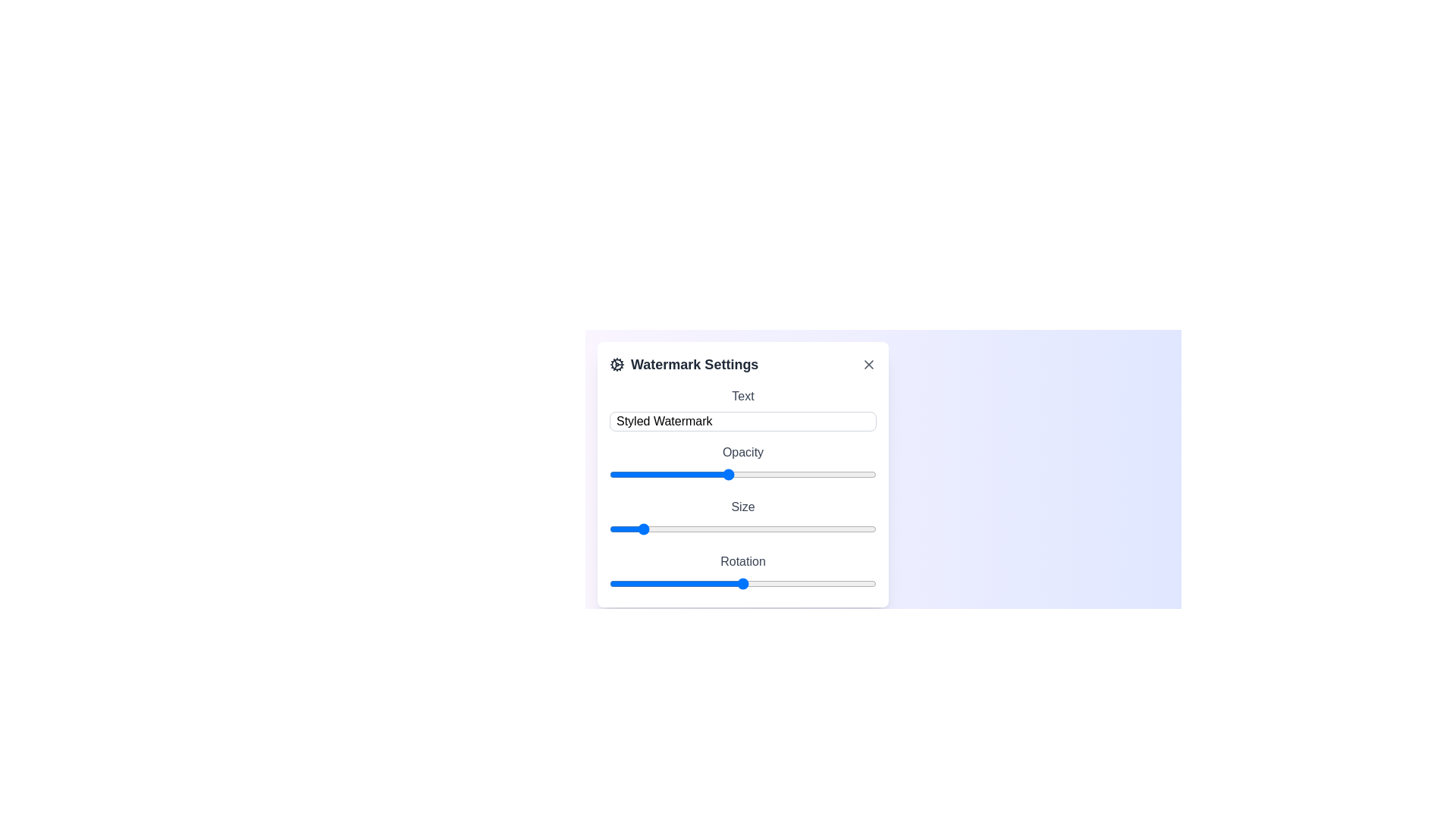  What do you see at coordinates (621, 583) in the screenshot?
I see `rotation` at bounding box center [621, 583].